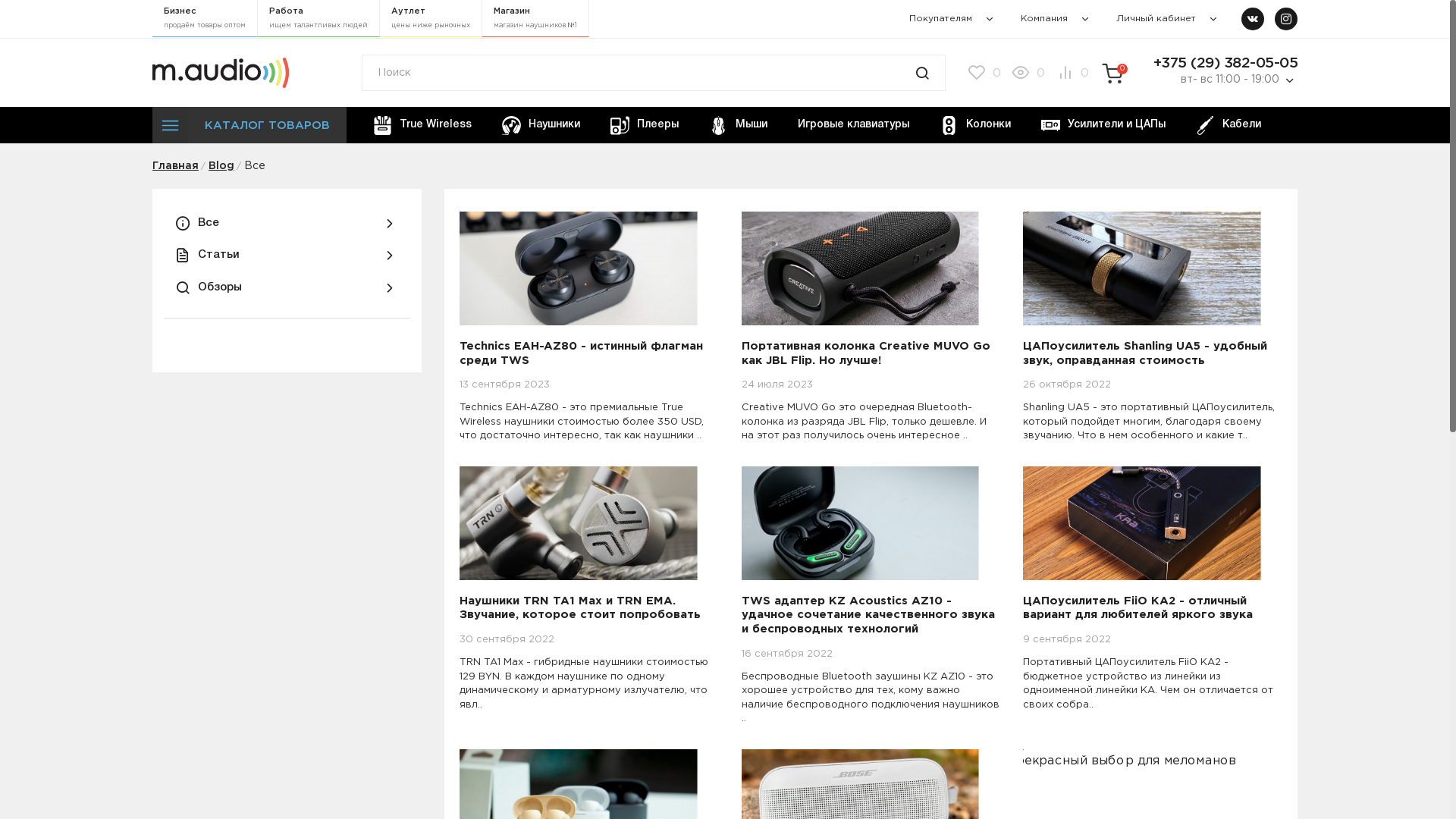 Image resolution: width=1456 pixels, height=819 pixels. I want to click on '0', so click(1069, 73).